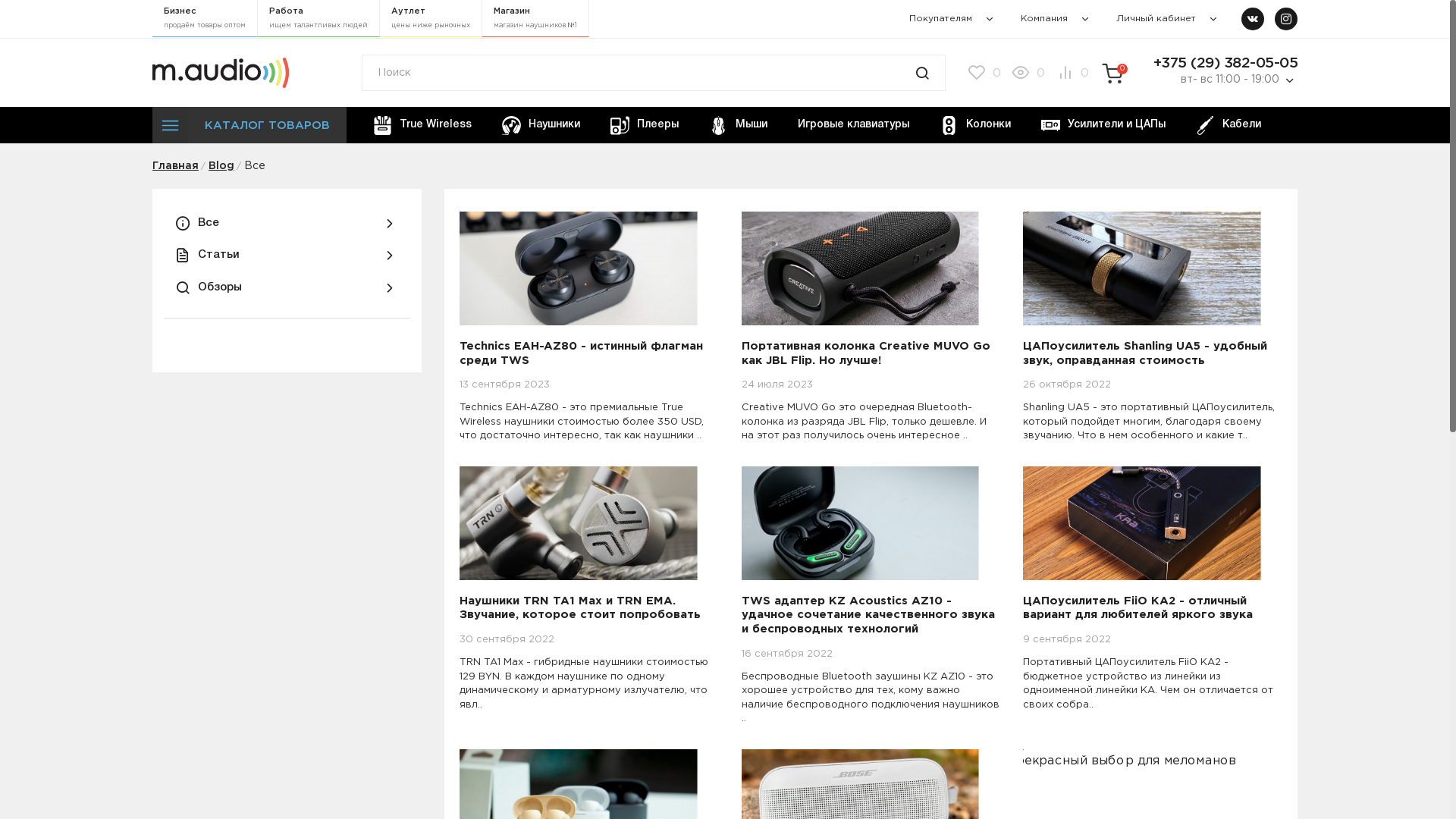 Image resolution: width=1456 pixels, height=819 pixels. I want to click on '0', so click(1069, 73).